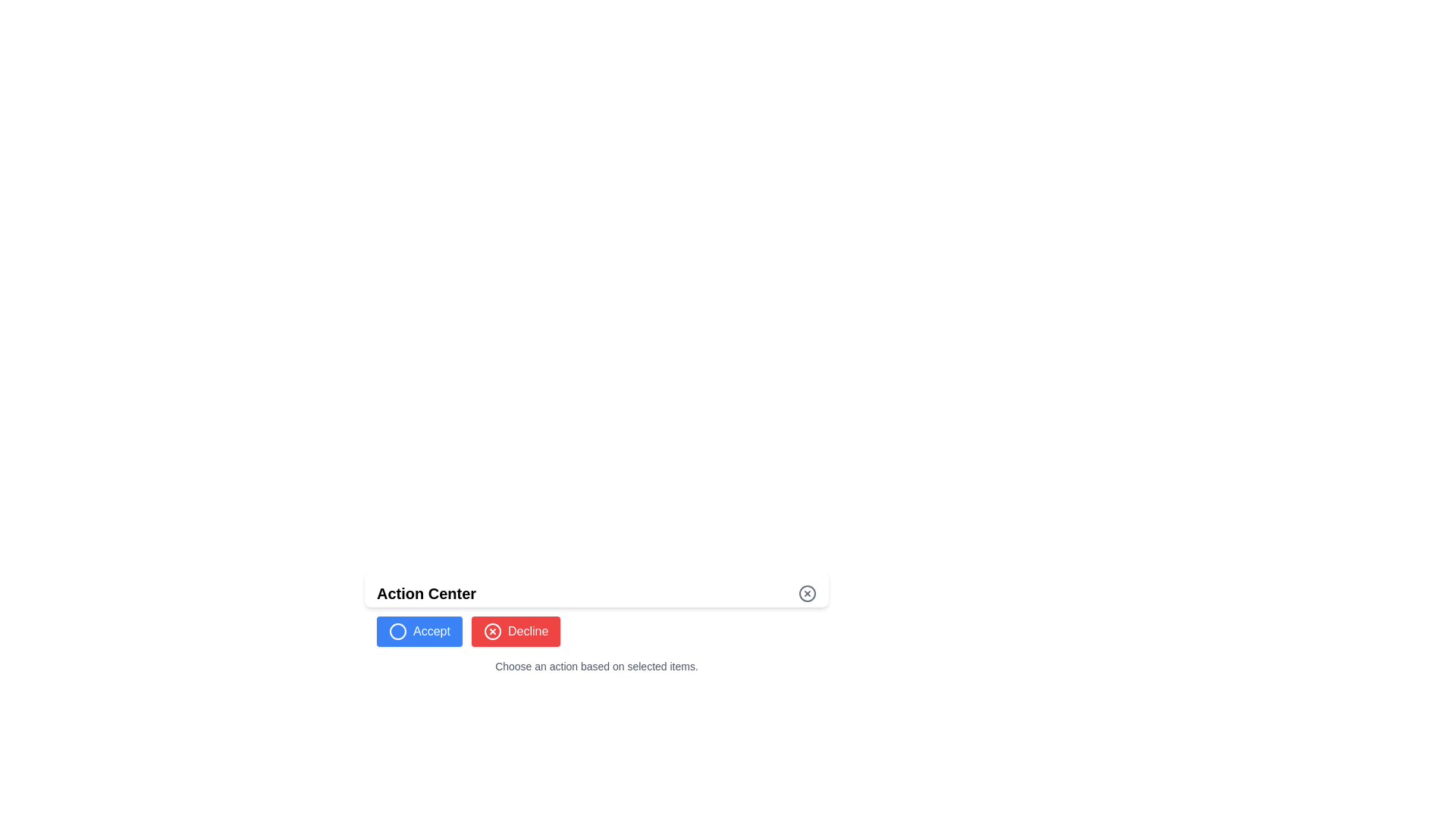  What do you see at coordinates (807, 593) in the screenshot?
I see `the SVG circle component that serves as the circular base for the close icon in the top-right corner of the 'Action Center' area` at bounding box center [807, 593].